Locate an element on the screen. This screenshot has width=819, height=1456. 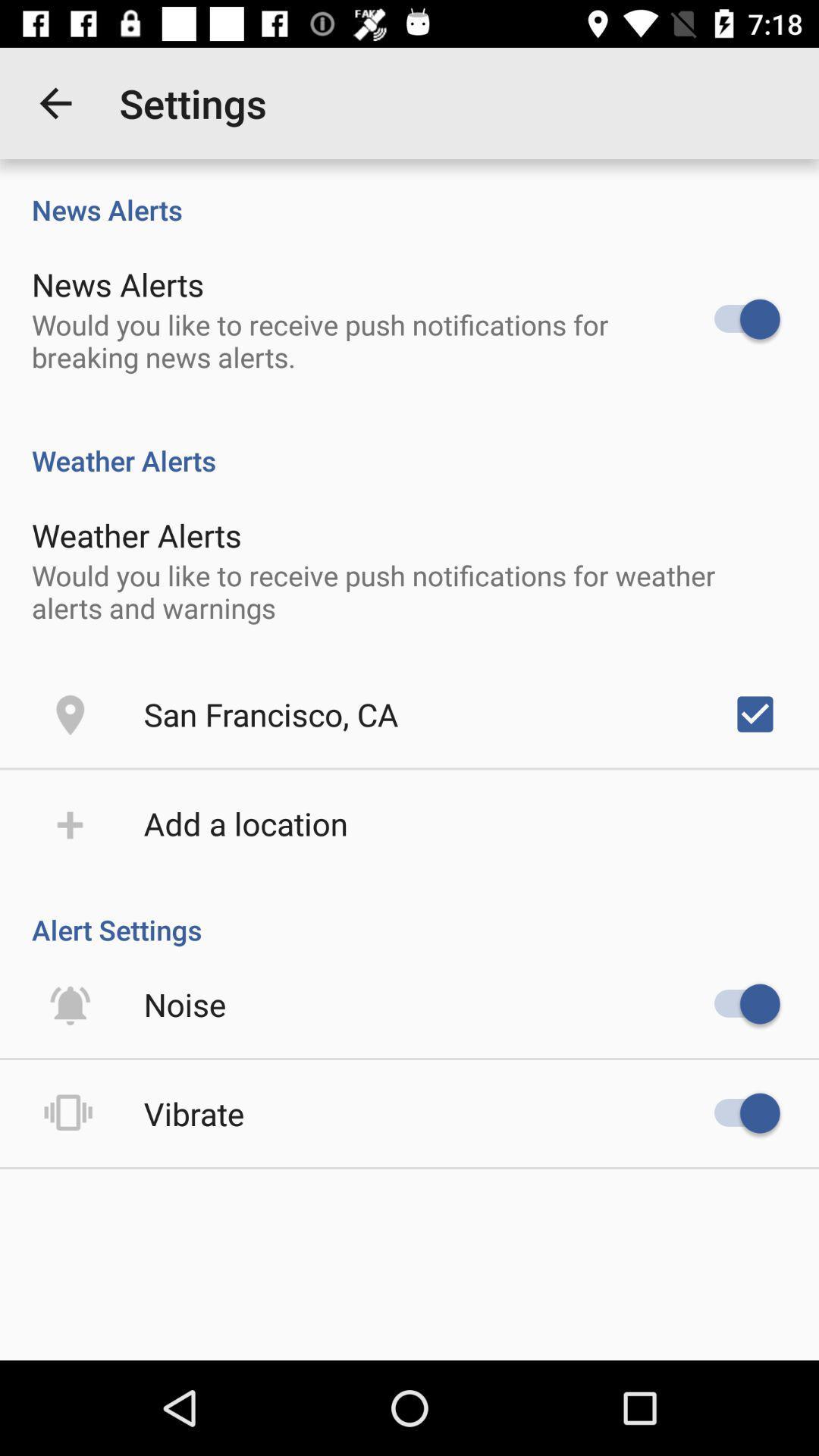
icon below alert settings item is located at coordinates (184, 1004).